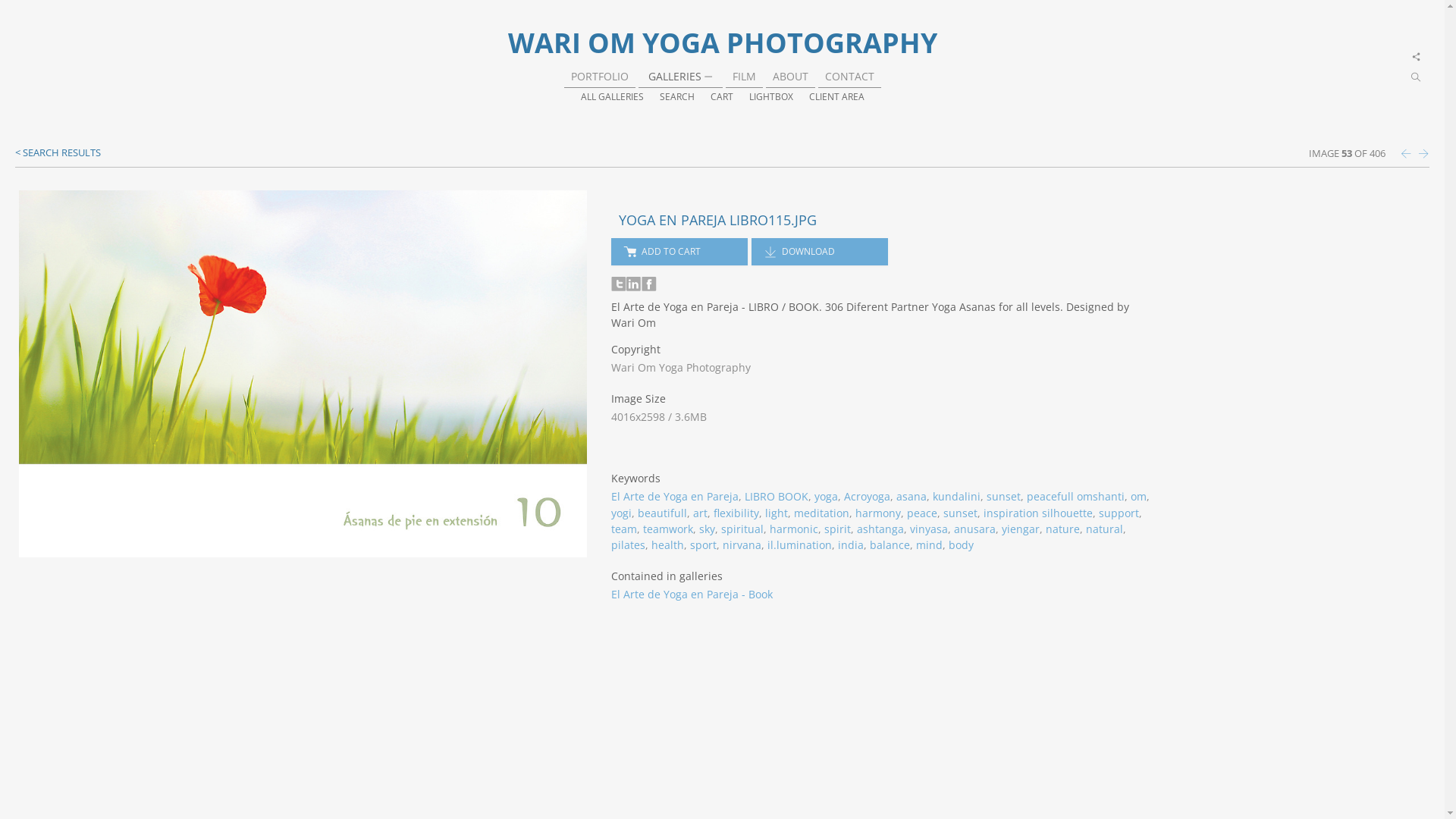 This screenshot has height=819, width=1456. What do you see at coordinates (927, 528) in the screenshot?
I see `'vinyasa'` at bounding box center [927, 528].